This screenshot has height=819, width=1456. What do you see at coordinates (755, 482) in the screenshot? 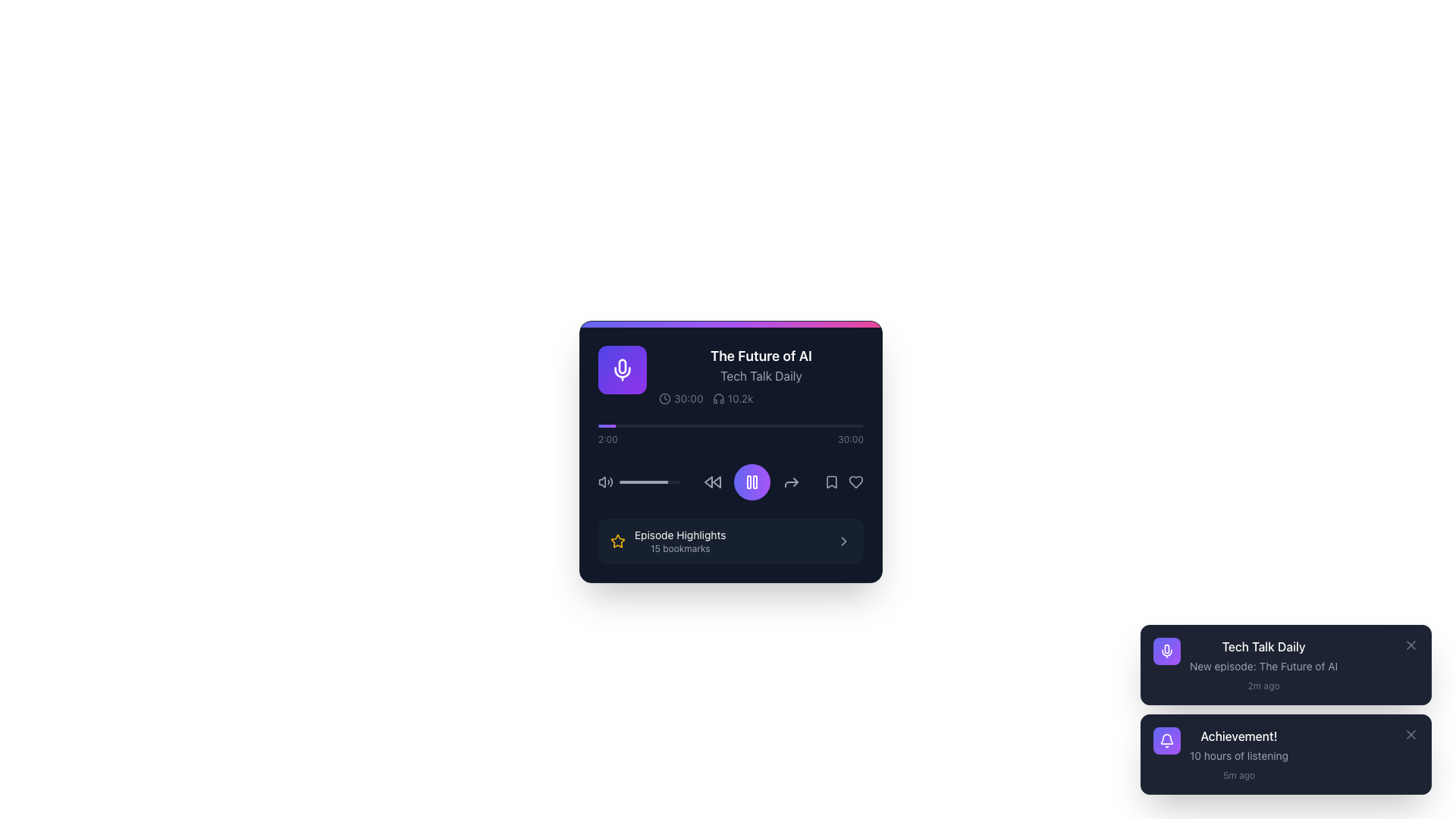
I see `the right vertical bar of the pause icon` at bounding box center [755, 482].